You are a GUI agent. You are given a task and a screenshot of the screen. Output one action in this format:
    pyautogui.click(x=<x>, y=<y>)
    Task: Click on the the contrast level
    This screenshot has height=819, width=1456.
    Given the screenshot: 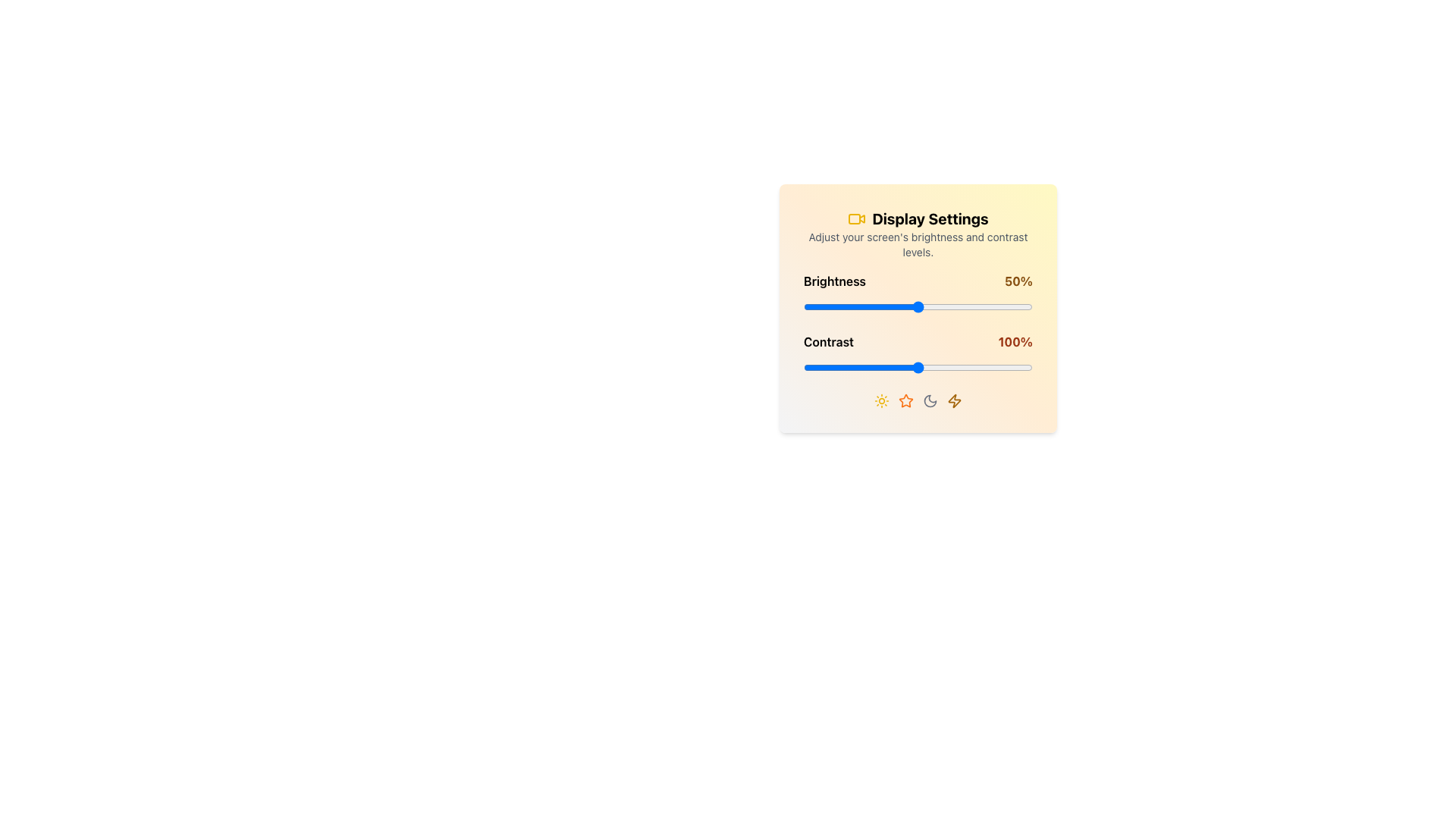 What is the action you would take?
    pyautogui.click(x=1018, y=368)
    